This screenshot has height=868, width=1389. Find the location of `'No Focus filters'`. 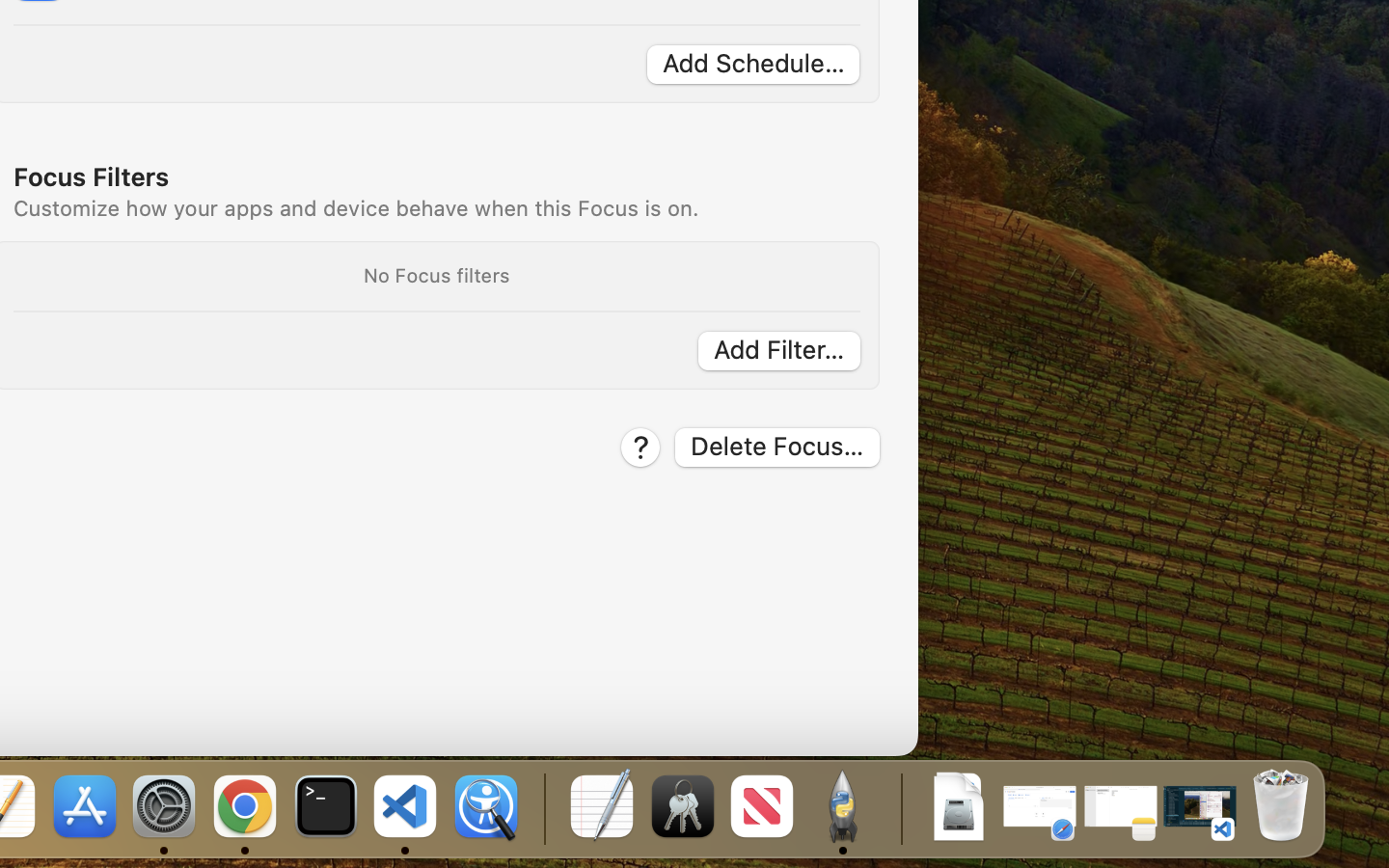

'No Focus filters' is located at coordinates (436, 274).